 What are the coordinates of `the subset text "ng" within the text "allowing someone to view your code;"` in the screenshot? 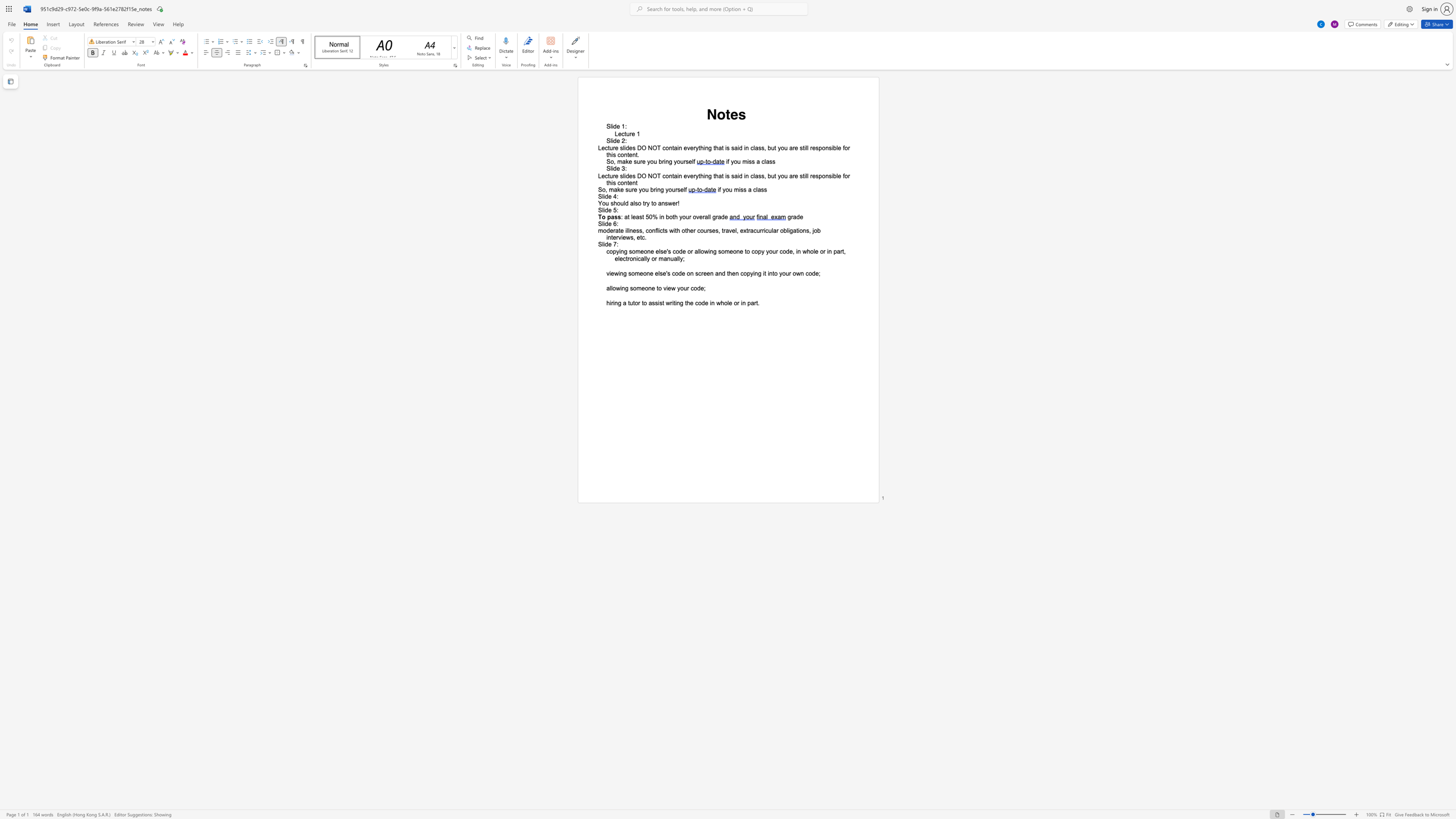 It's located at (621, 288).